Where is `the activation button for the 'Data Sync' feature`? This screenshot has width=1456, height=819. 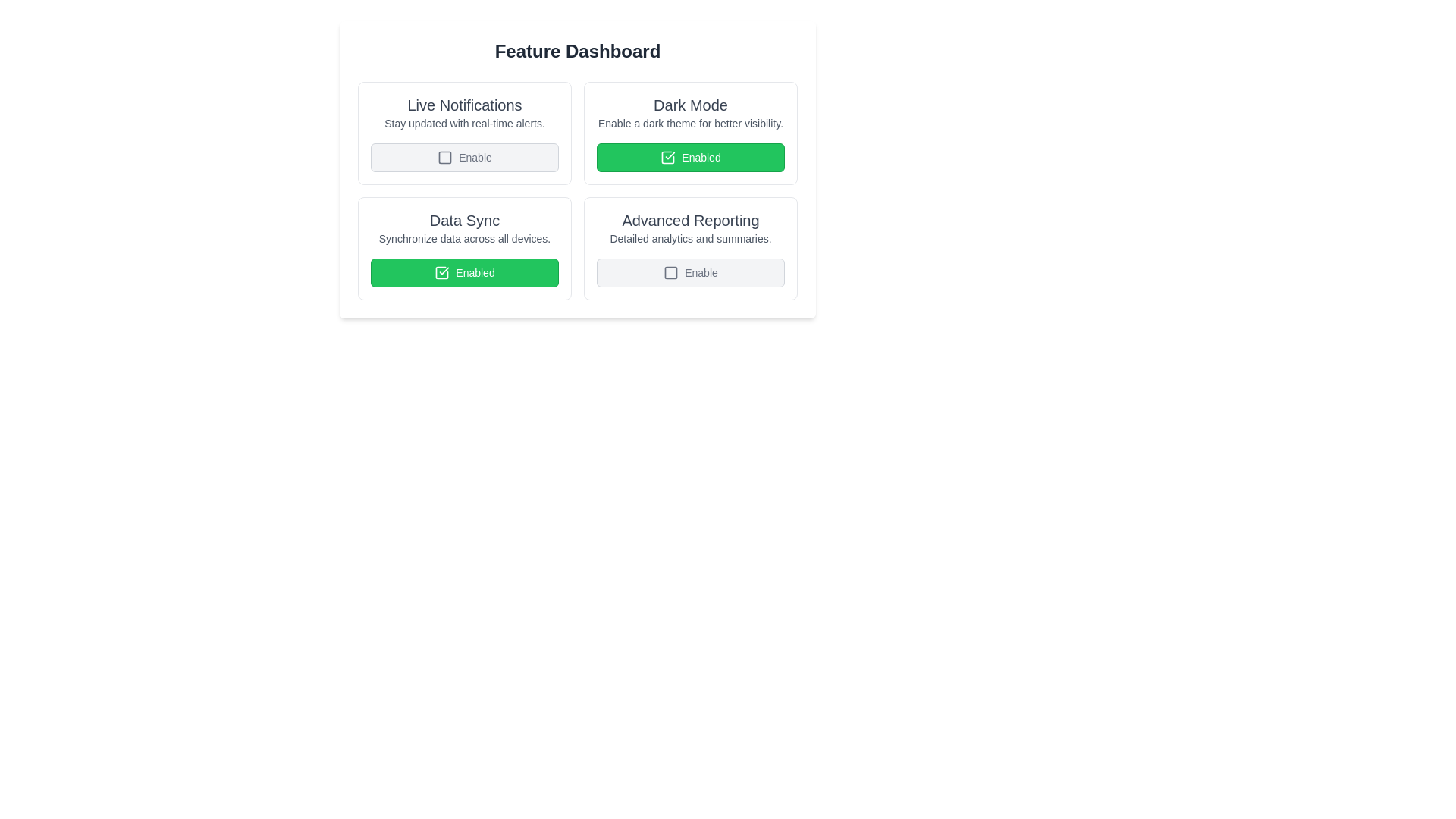 the activation button for the 'Data Sync' feature is located at coordinates (464, 271).